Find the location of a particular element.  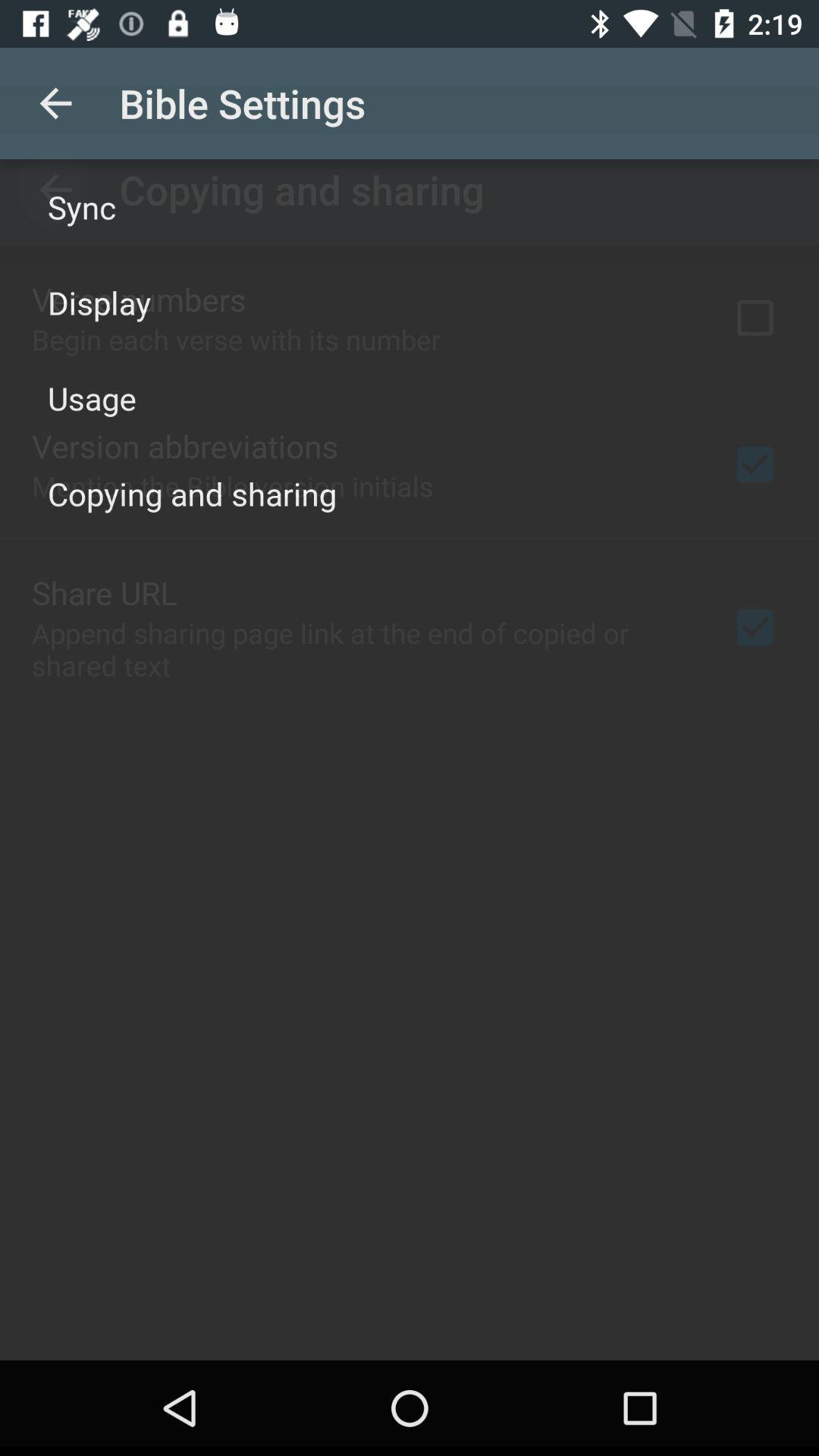

icon above display icon is located at coordinates (82, 206).